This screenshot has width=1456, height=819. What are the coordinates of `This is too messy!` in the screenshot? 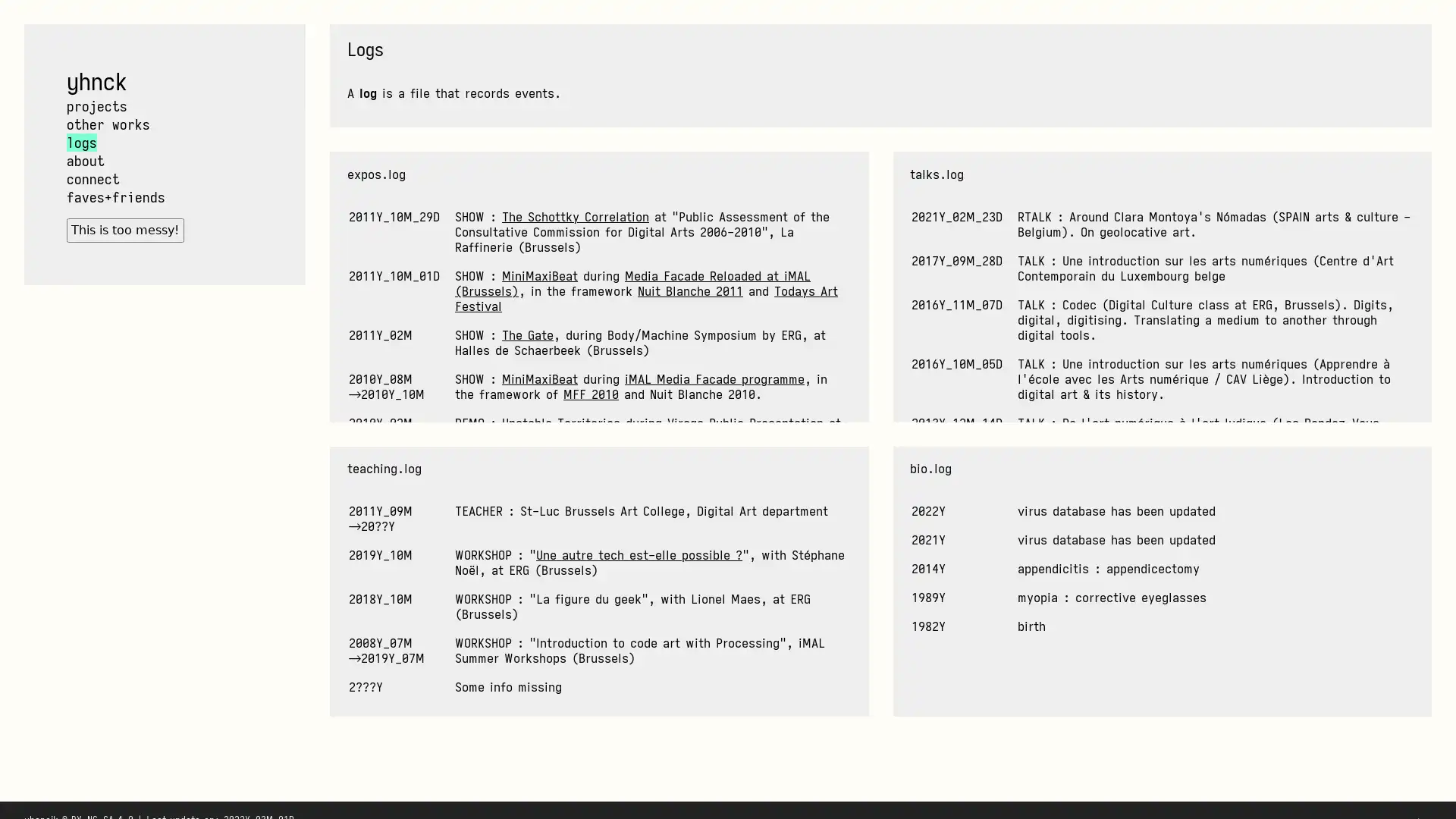 It's located at (124, 230).